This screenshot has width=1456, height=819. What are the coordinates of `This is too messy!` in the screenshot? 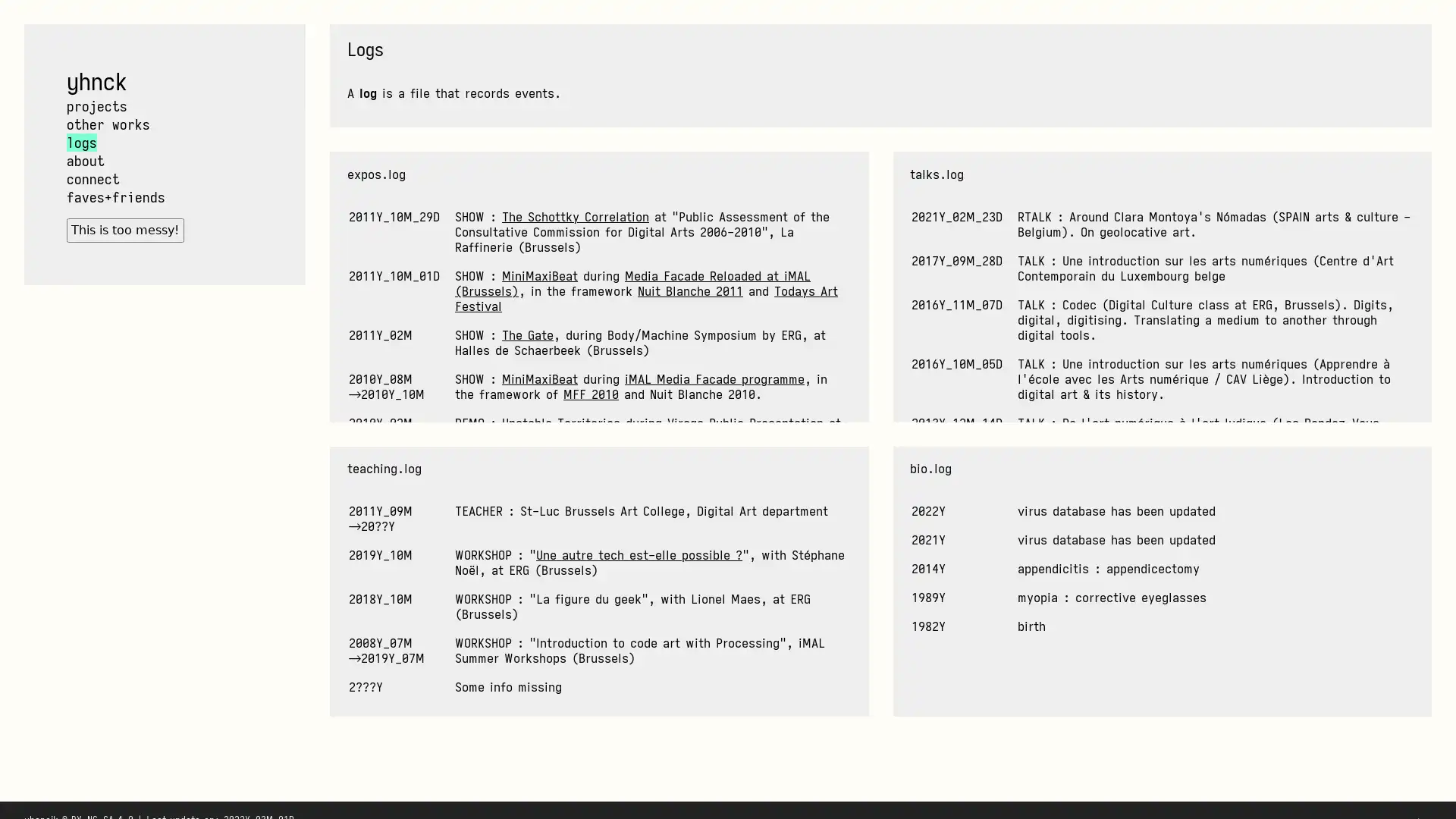 It's located at (124, 230).